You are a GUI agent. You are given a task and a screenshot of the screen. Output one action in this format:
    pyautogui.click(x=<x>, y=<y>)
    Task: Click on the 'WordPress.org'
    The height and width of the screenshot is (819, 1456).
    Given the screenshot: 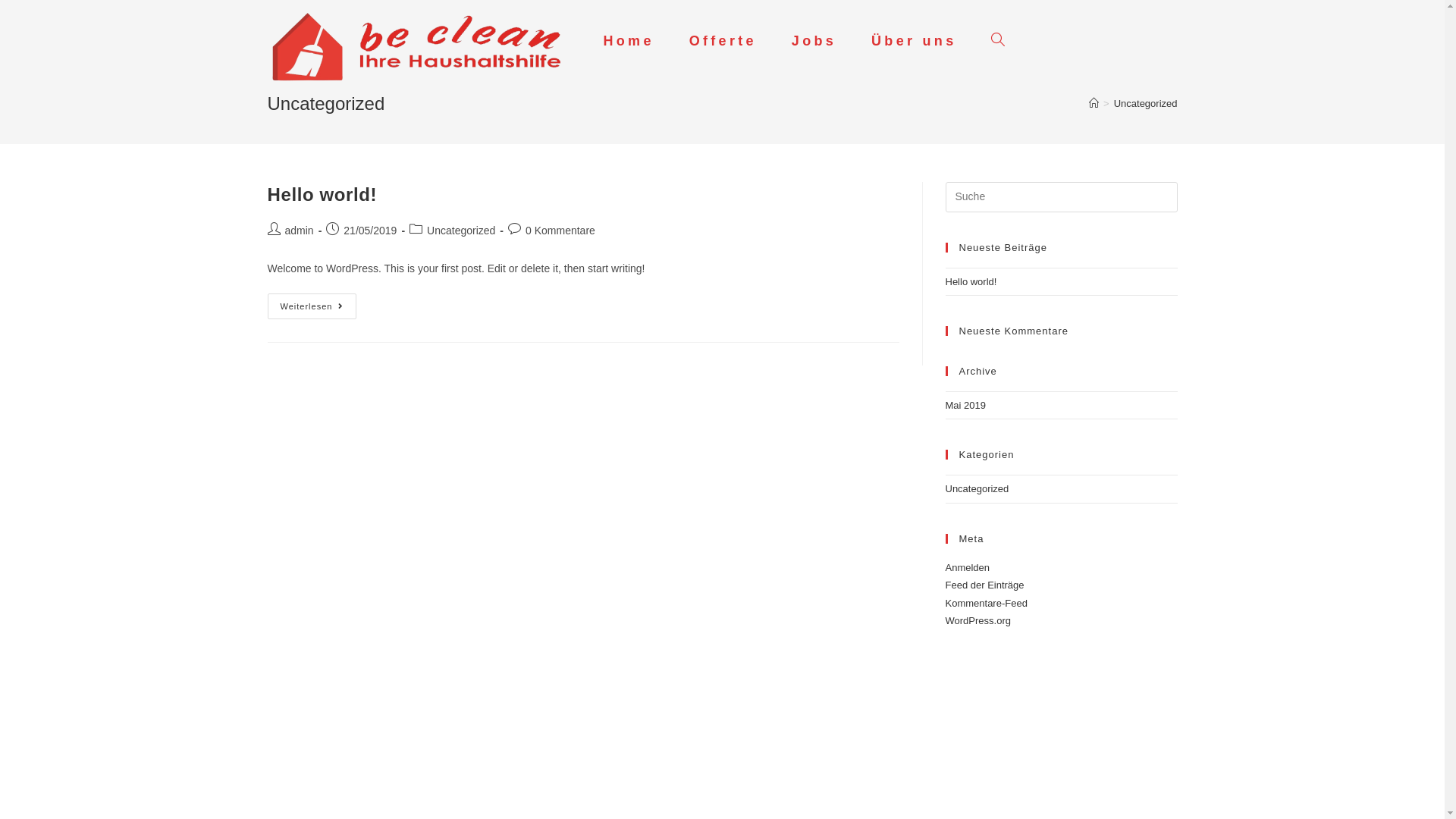 What is the action you would take?
    pyautogui.click(x=944, y=620)
    